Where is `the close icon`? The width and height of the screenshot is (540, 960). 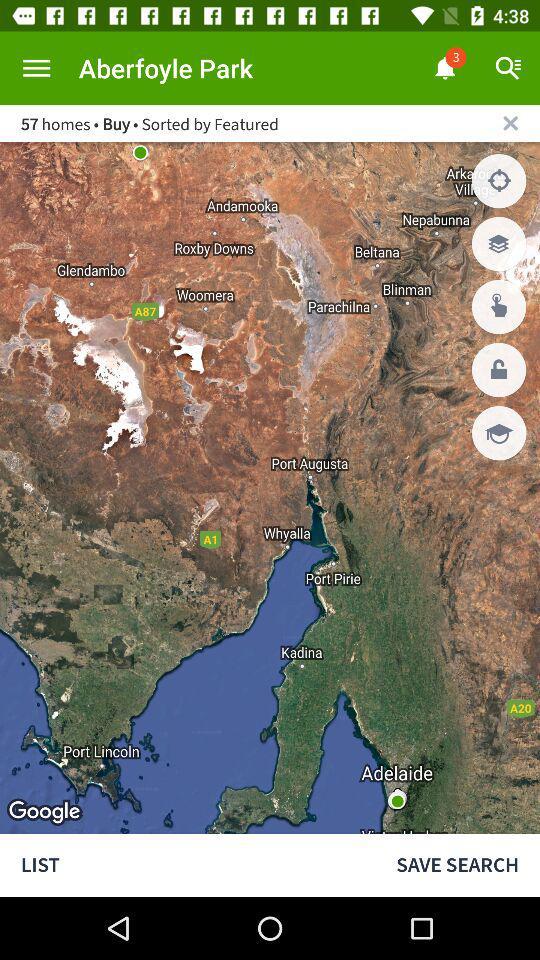 the close icon is located at coordinates (510, 122).